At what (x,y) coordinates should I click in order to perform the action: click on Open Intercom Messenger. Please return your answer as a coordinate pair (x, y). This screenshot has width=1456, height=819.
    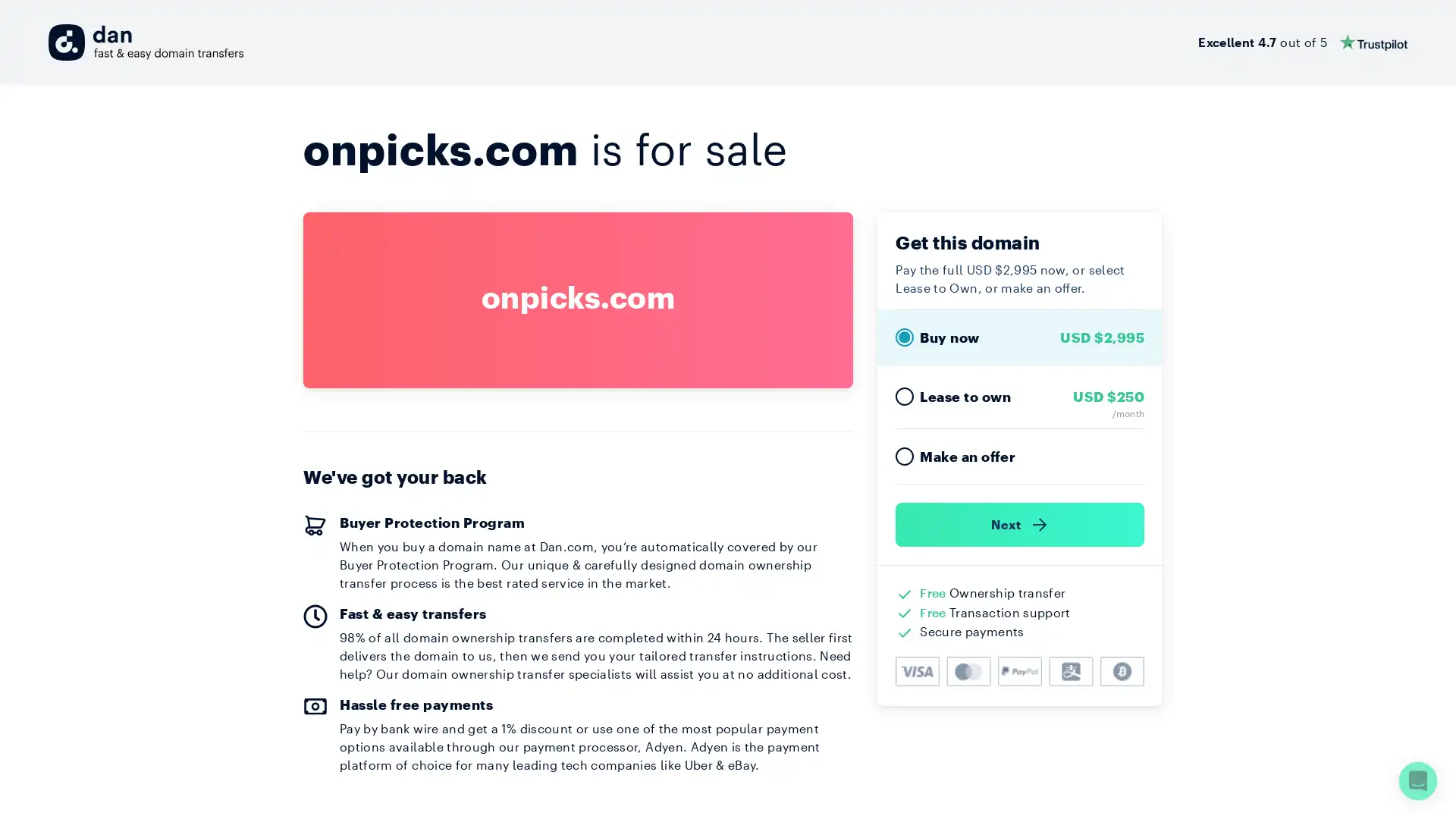
    Looking at the image, I should click on (1417, 780).